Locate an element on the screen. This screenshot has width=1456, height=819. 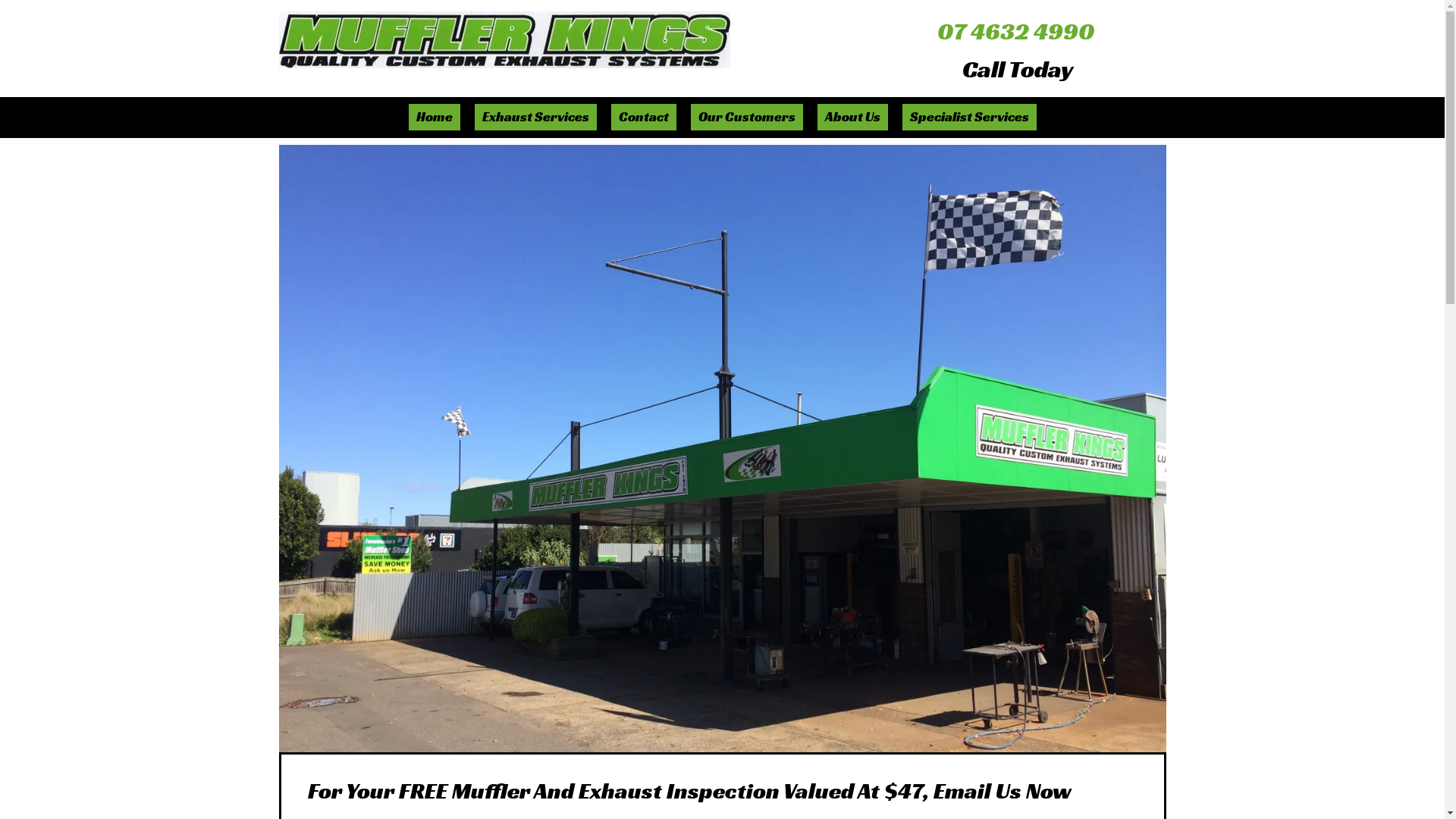
'07 4632 4990' is located at coordinates (1015, 30).